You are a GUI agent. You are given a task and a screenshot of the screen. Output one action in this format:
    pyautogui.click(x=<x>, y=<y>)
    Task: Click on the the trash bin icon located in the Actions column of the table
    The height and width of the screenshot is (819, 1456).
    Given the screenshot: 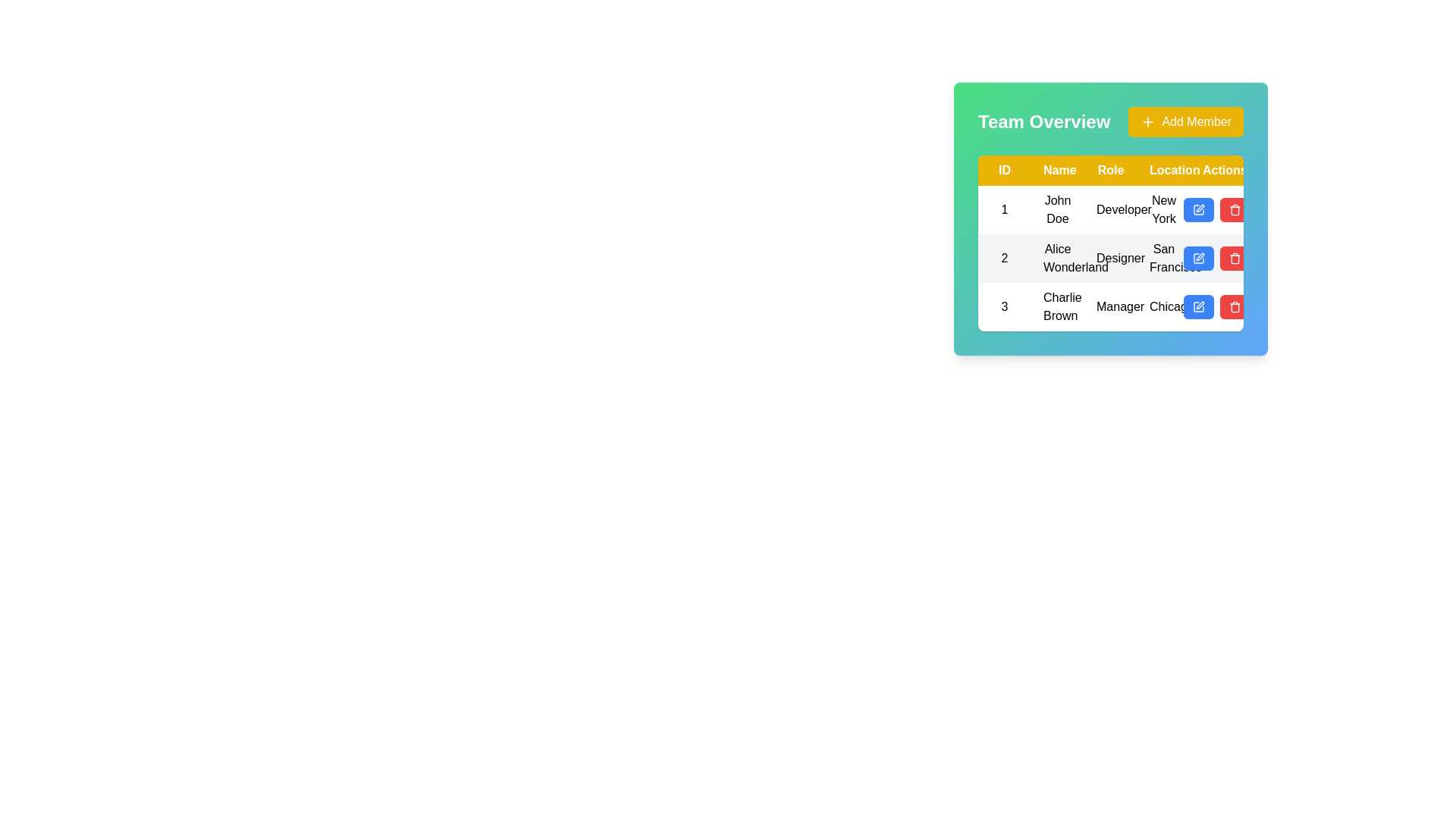 What is the action you would take?
    pyautogui.click(x=1235, y=307)
    